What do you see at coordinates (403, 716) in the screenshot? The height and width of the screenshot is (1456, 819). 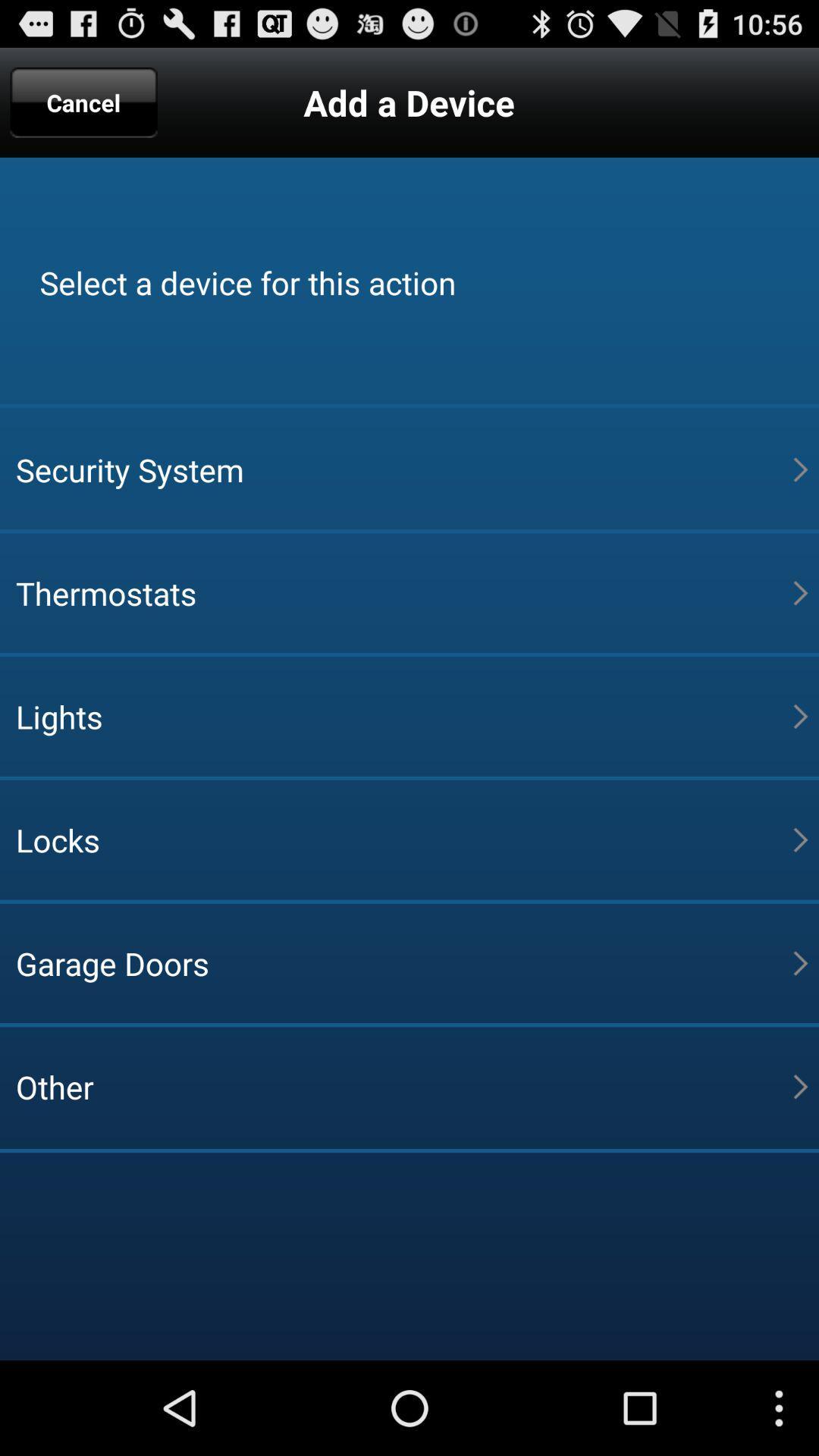 I see `the item below thermostats app` at bounding box center [403, 716].